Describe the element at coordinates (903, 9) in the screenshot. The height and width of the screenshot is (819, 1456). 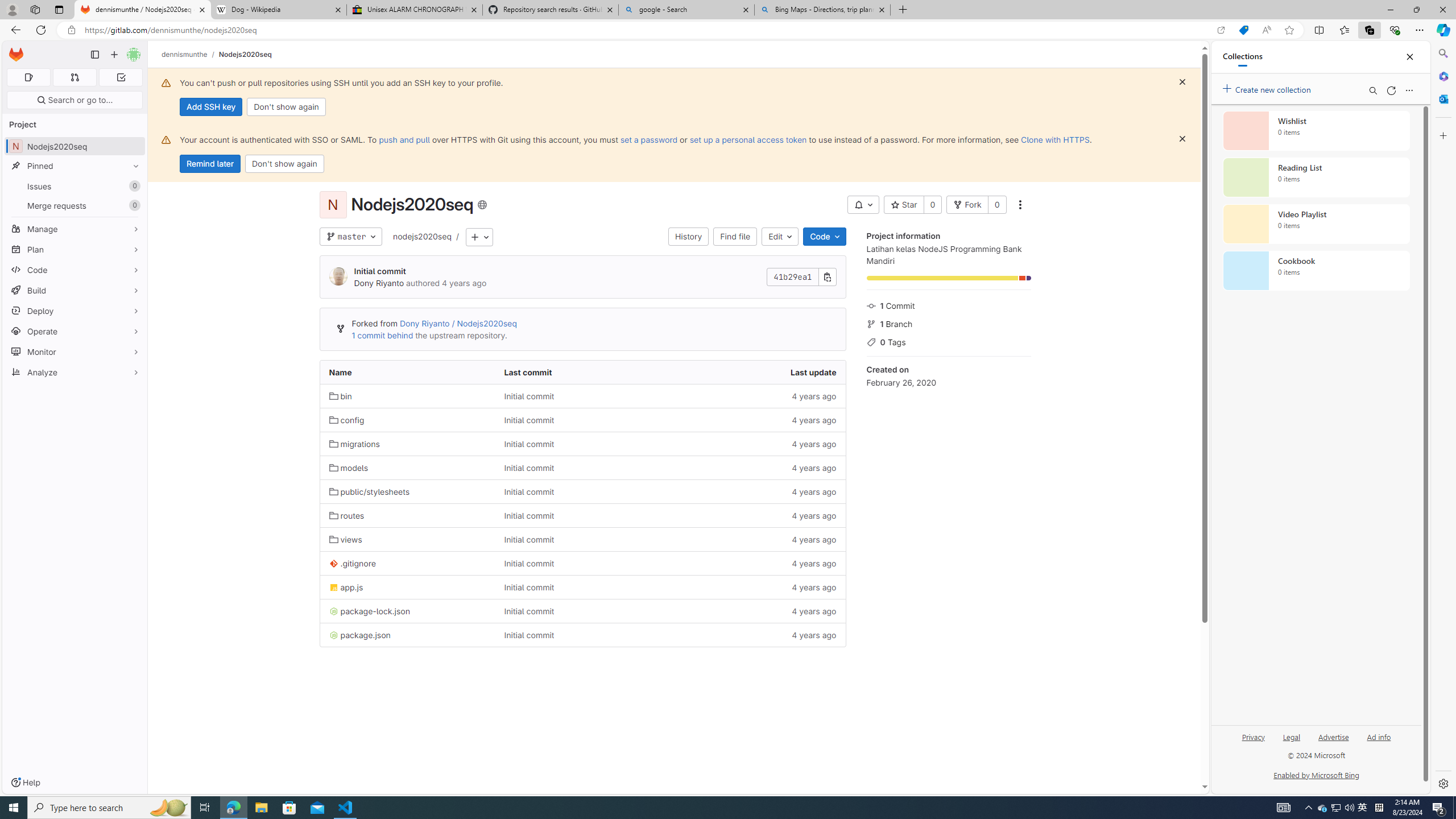
I see `'New Tab'` at that location.